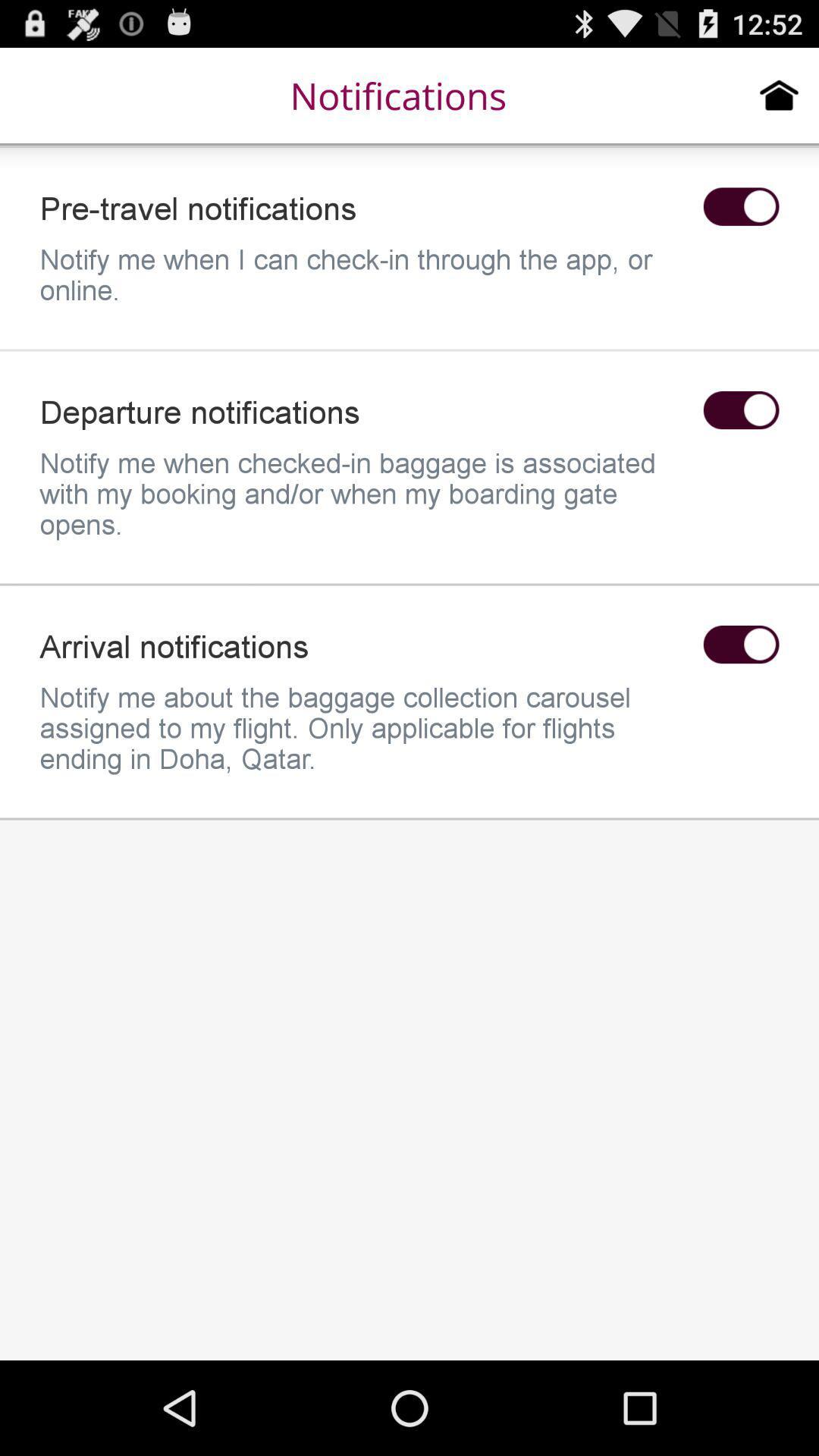  Describe the element at coordinates (779, 94) in the screenshot. I see `the icon to the right of the notifications item` at that location.